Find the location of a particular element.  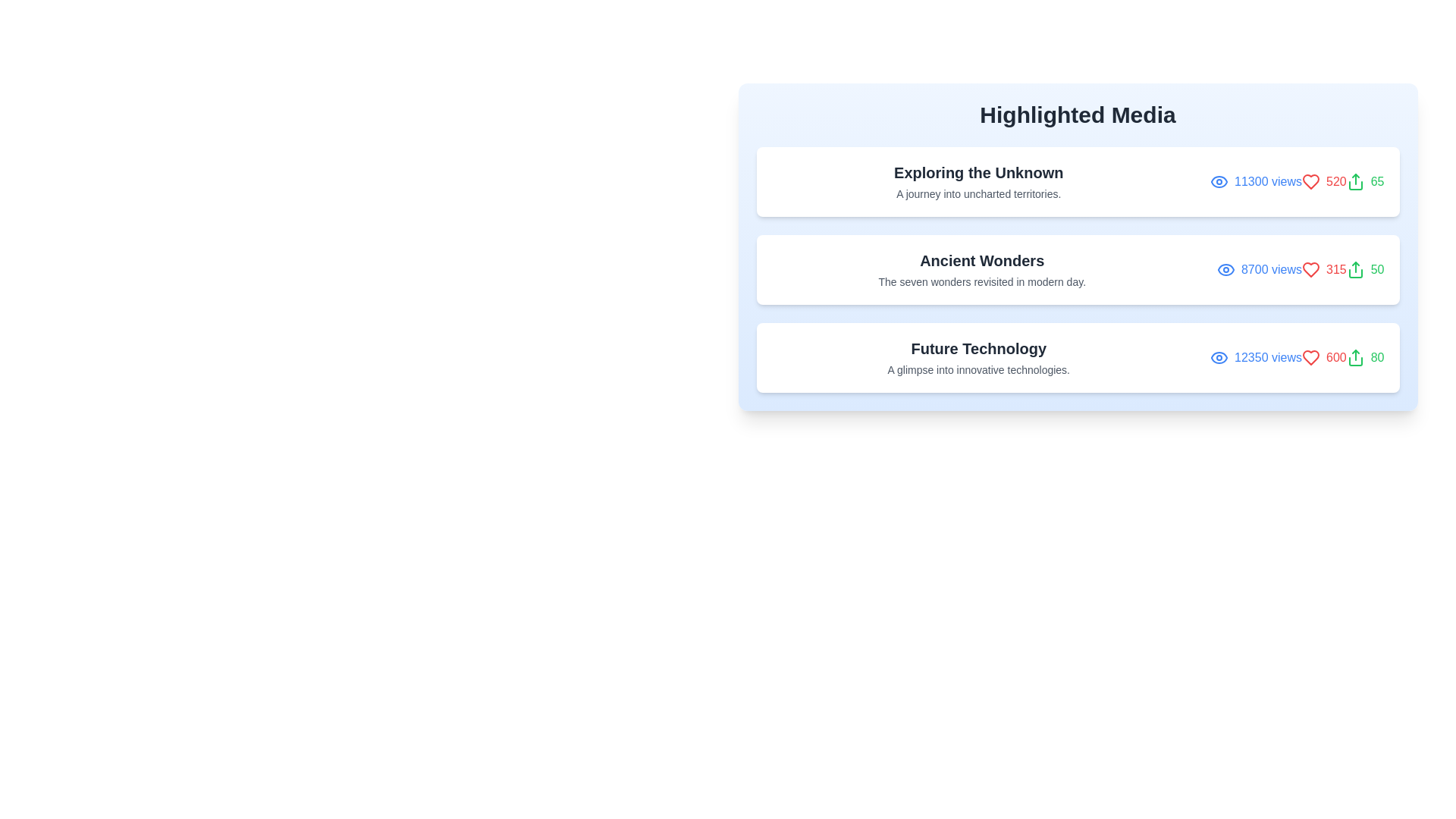

the media item titled 'Ancient Wonders' to view its details is located at coordinates (1077, 268).